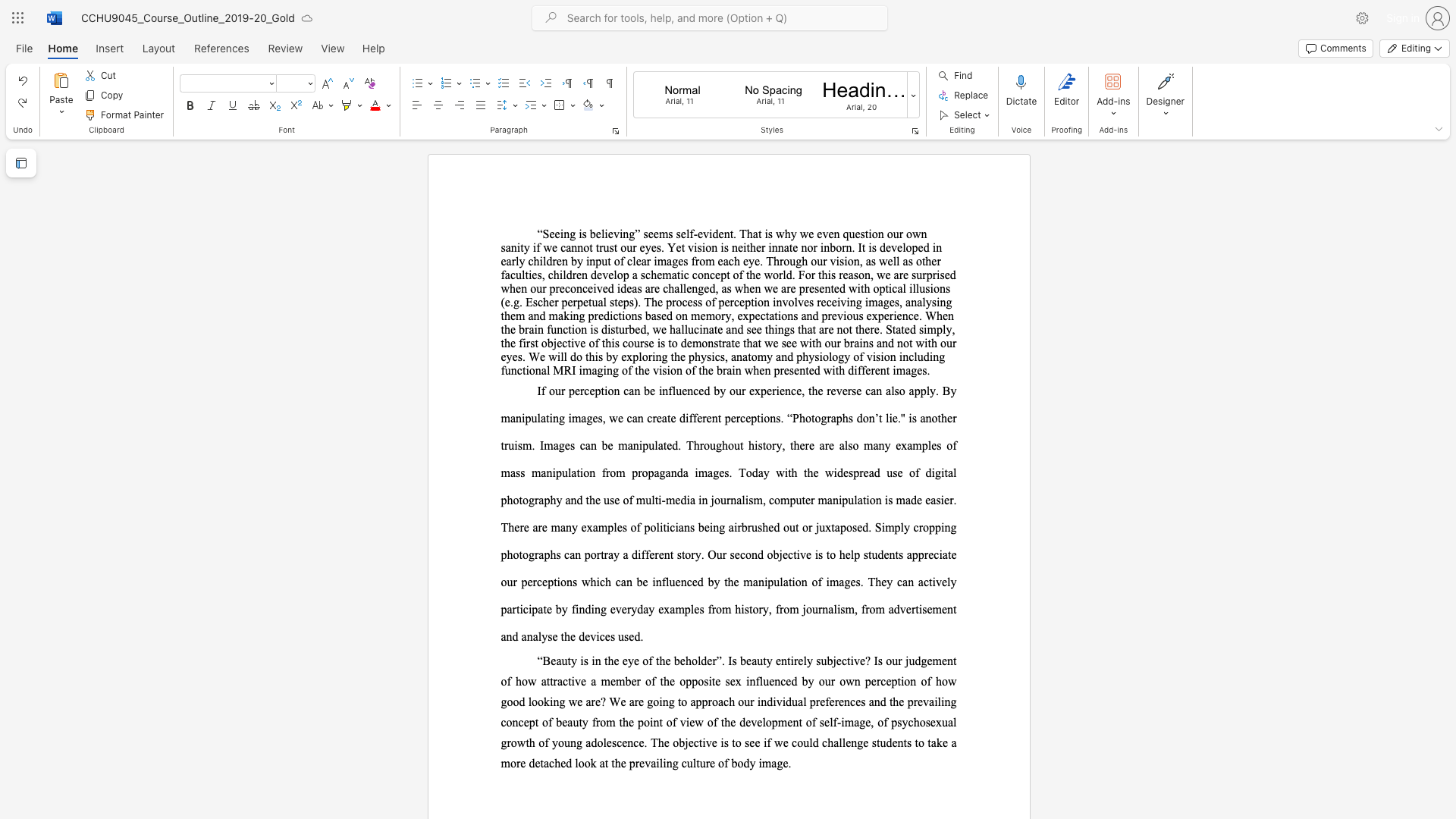  What do you see at coordinates (604, 234) in the screenshot?
I see `the subset text "ieving” seems self-evident. That is why we even question our own sanity if we cannot trust our eyes. Yet vision is neither innate nor inborn. It is developed in early children by input of clear images from each eye. Thr" within the text "“Seeing is believing” seems self-evident. That is why we even question our own sanity if we cannot trust our eyes. Yet vision is neither innate nor inborn. It is developed in early children by input of clear images from each eye. Through our vision, as well as other faculties, children develop a schematic concept of the world. For this reason, we are surprised when our preconceived ideas are challenged, as when we are presented with optical illusions (e.g. Escher perpetual steps). The process of perception"` at bounding box center [604, 234].